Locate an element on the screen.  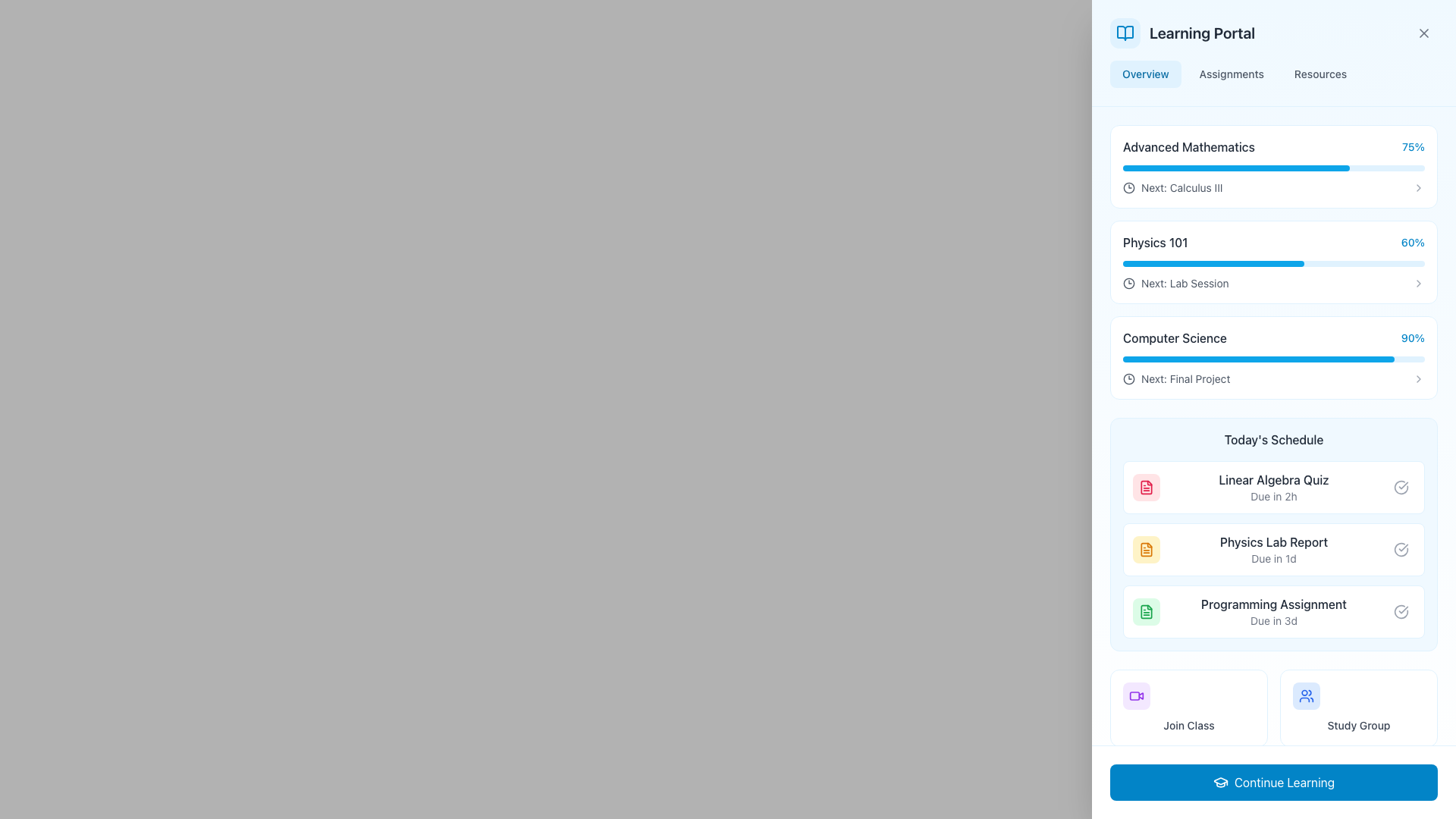
the education-related icon in the sidebar menu is located at coordinates (1220, 781).